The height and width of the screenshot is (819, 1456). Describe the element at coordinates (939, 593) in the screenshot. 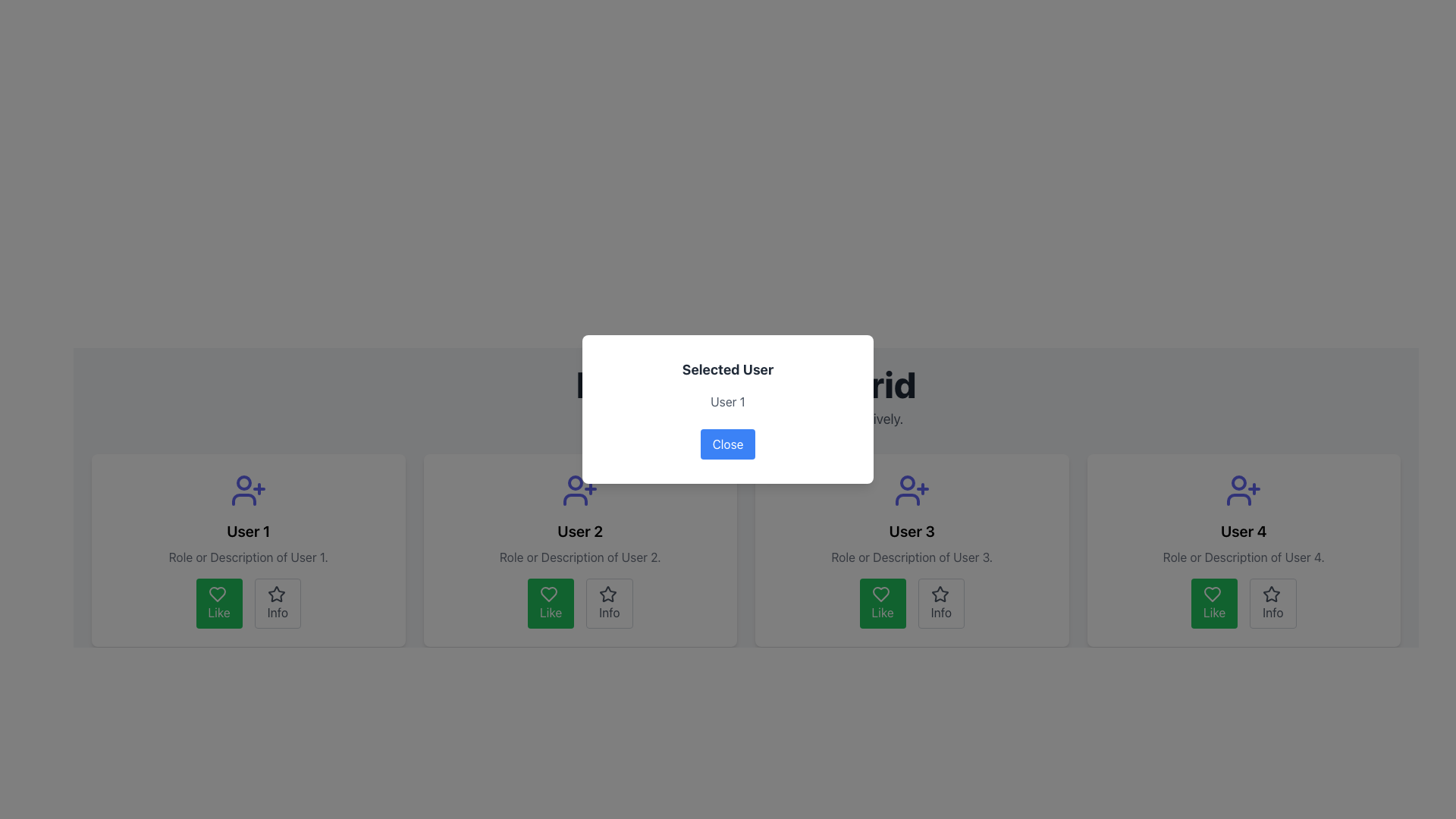

I see `the star icon located within the 'Info' button below the card for 'User 3' to interact with it` at that location.